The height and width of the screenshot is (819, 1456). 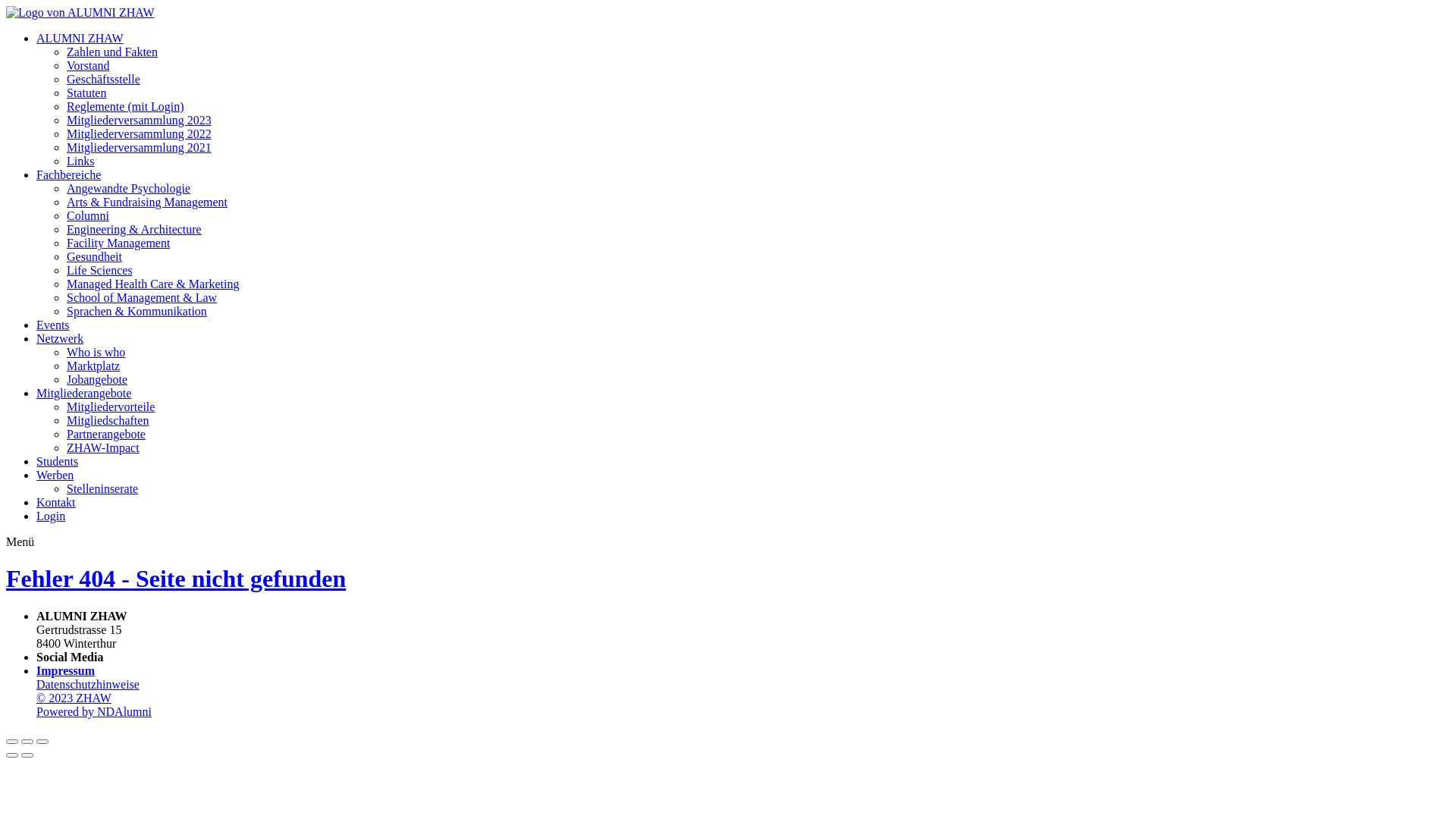 What do you see at coordinates (65, 447) in the screenshot?
I see `'ZHAW-Impact'` at bounding box center [65, 447].